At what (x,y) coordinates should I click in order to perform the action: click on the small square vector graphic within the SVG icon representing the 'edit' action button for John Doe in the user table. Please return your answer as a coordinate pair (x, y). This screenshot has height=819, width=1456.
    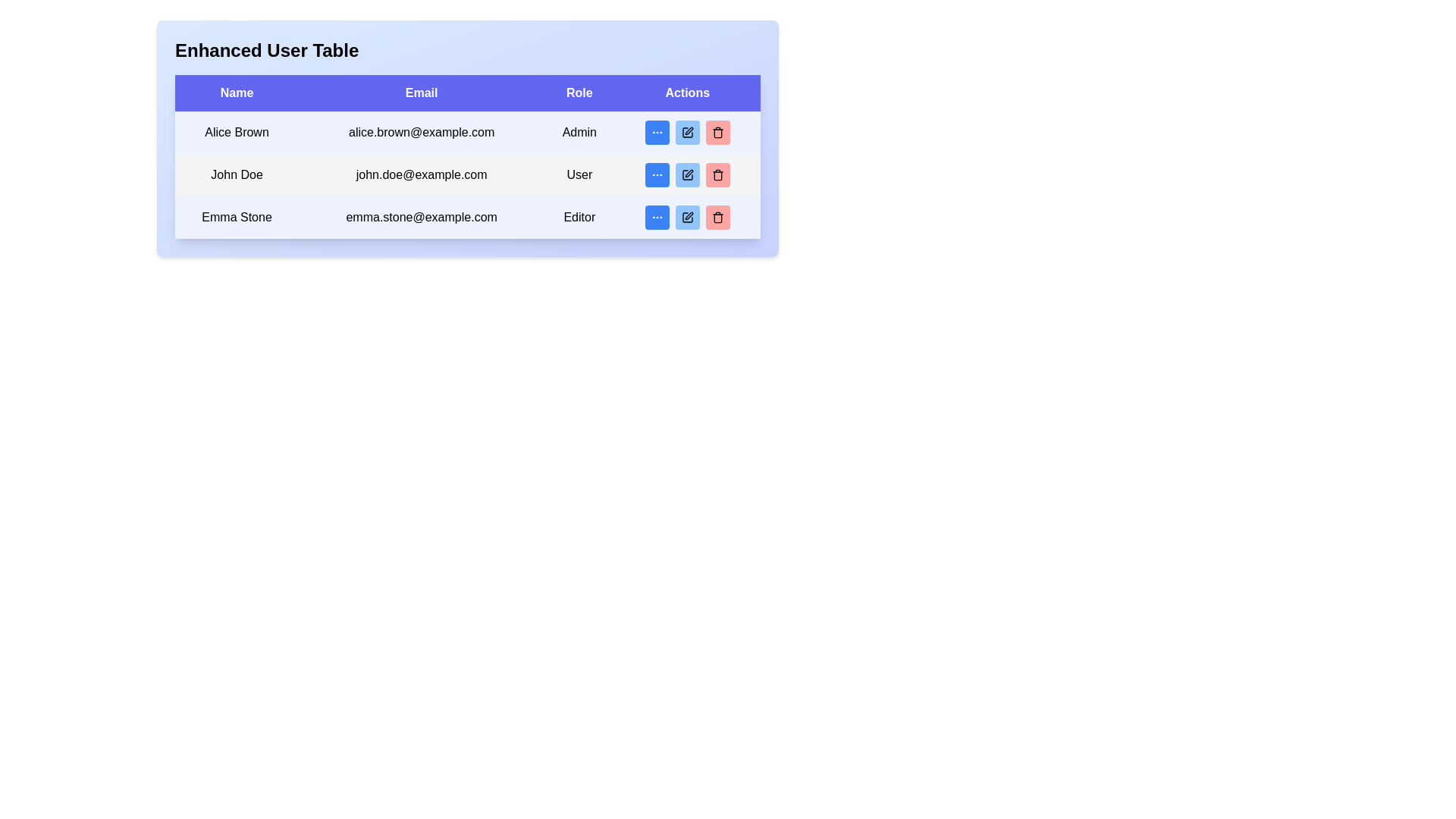
    Looking at the image, I should click on (686, 131).